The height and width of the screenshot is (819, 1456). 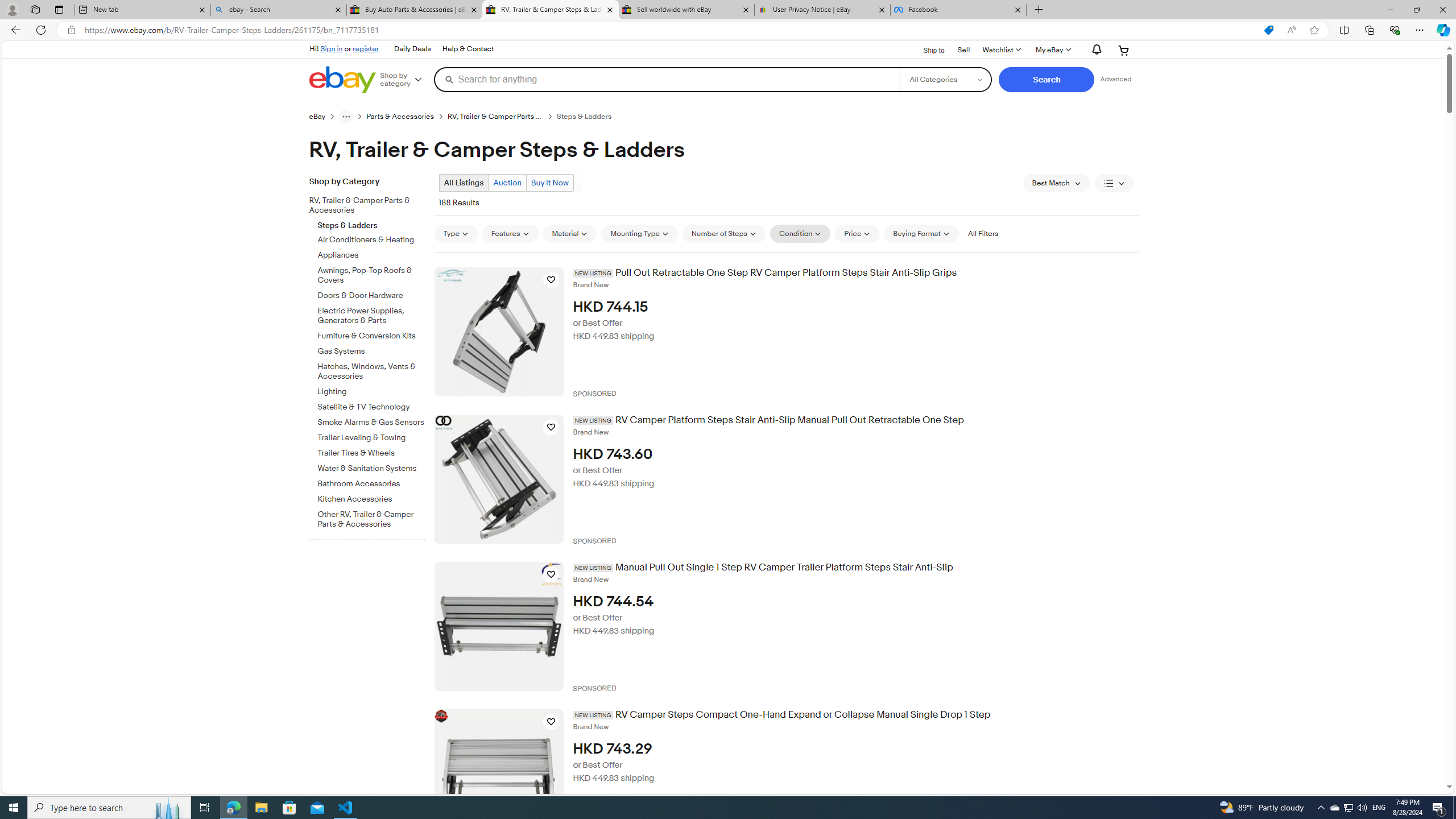 What do you see at coordinates (464, 183) in the screenshot?
I see `'All Listings'` at bounding box center [464, 183].